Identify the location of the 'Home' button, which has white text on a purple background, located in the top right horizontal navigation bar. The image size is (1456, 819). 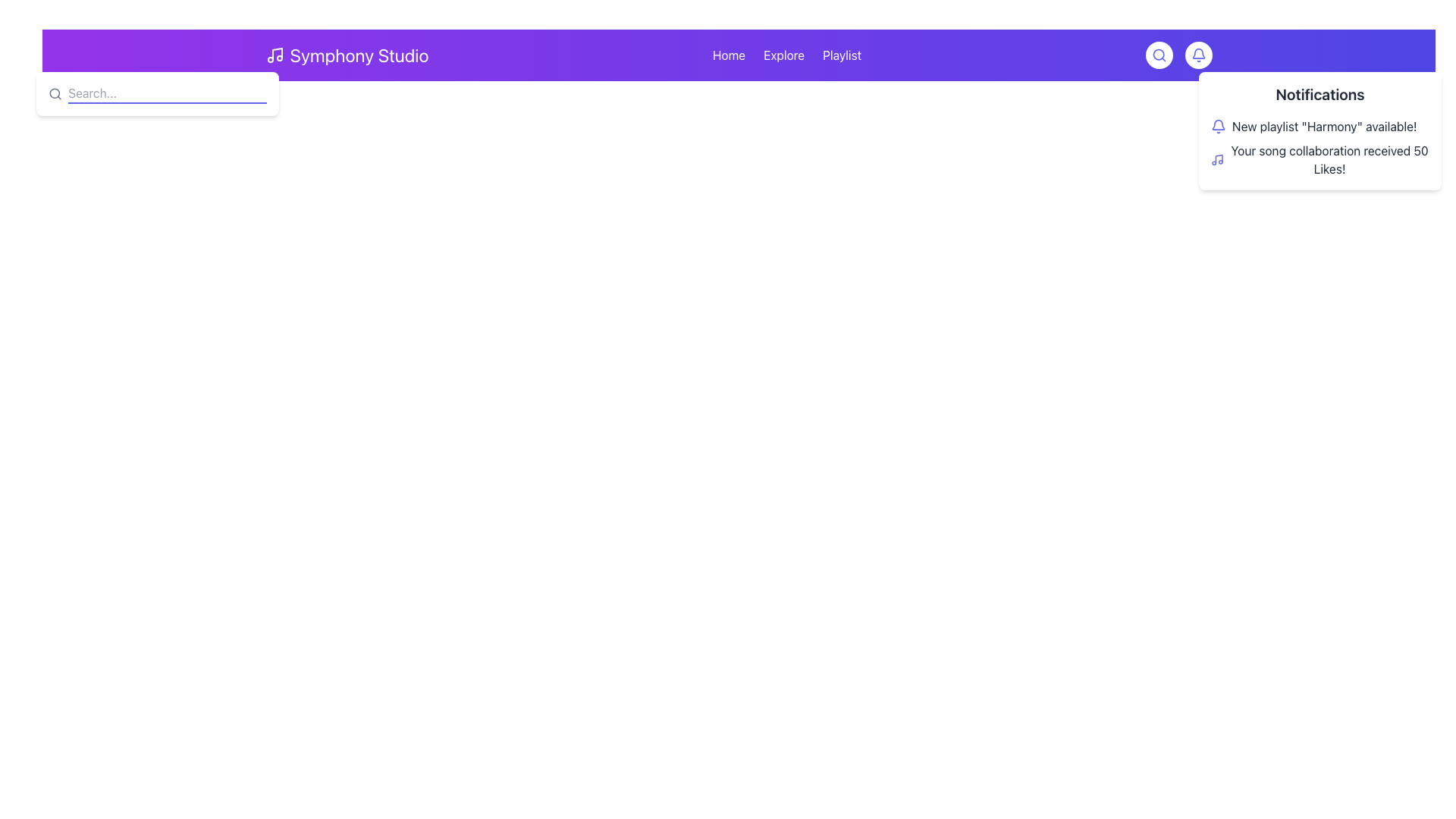
(729, 55).